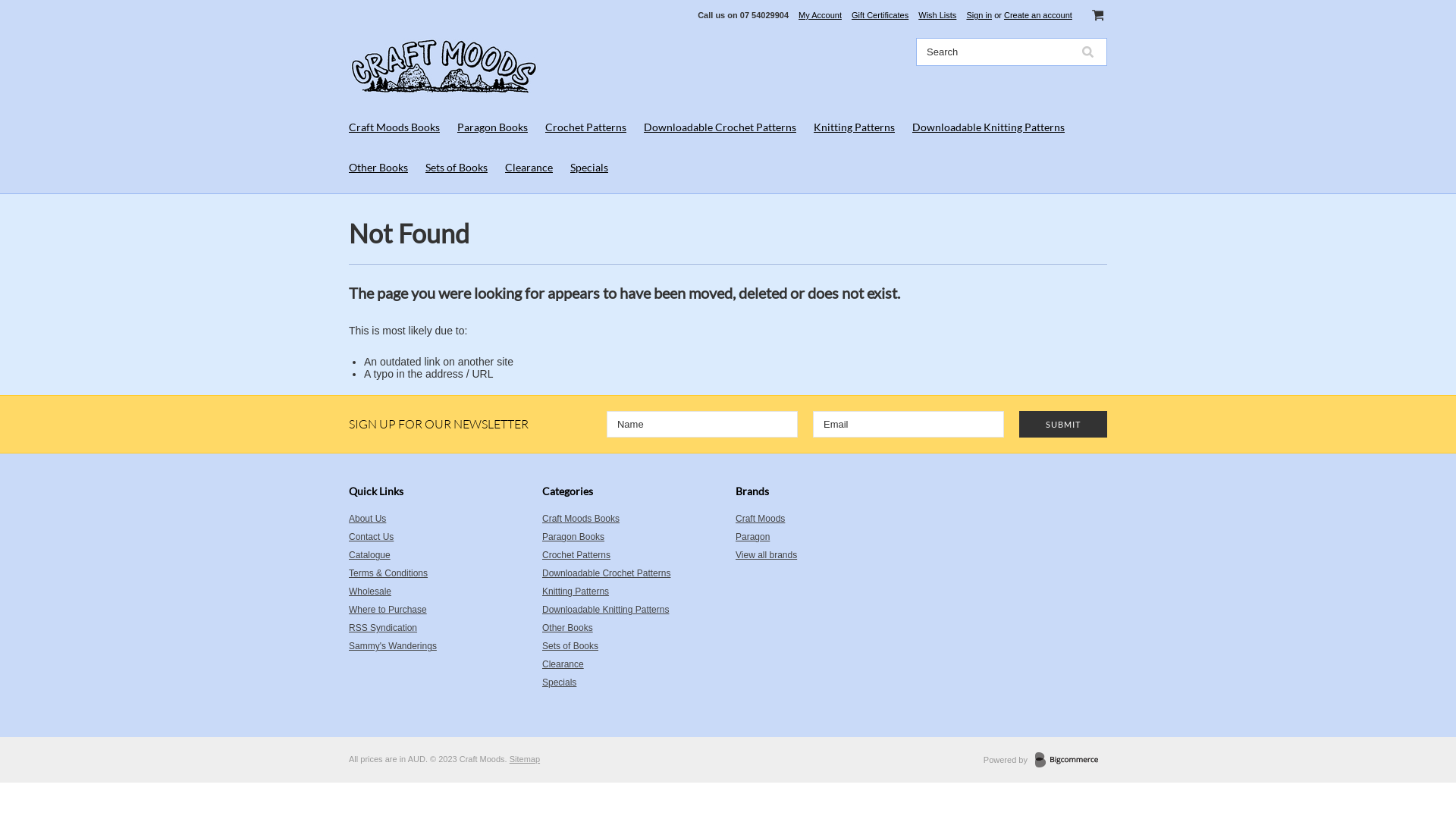 The image size is (1456, 819). What do you see at coordinates (1097, 14) in the screenshot?
I see `'View Cart'` at bounding box center [1097, 14].